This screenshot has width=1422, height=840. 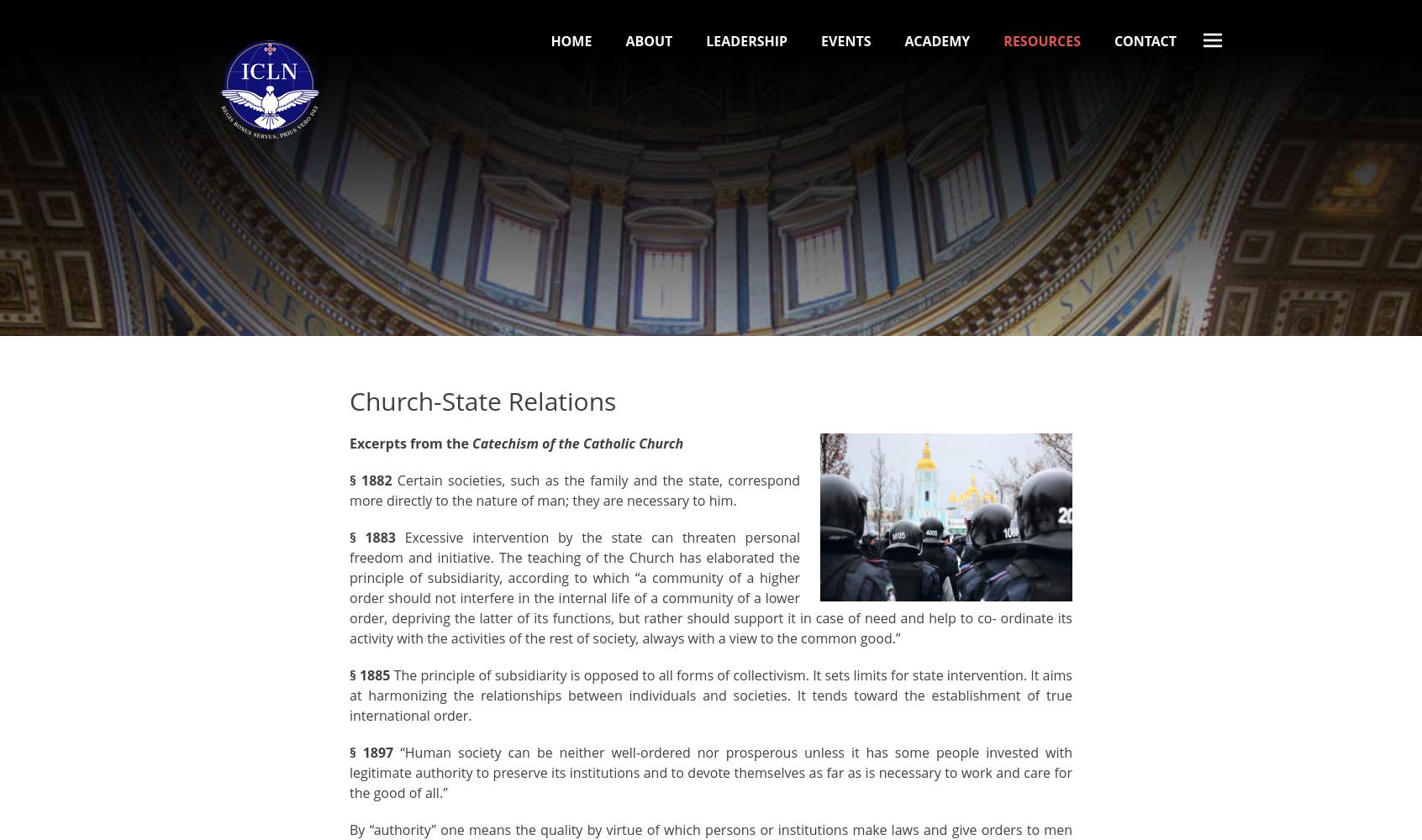 I want to click on 'Catechism of the Catholic Church', so click(x=472, y=444).